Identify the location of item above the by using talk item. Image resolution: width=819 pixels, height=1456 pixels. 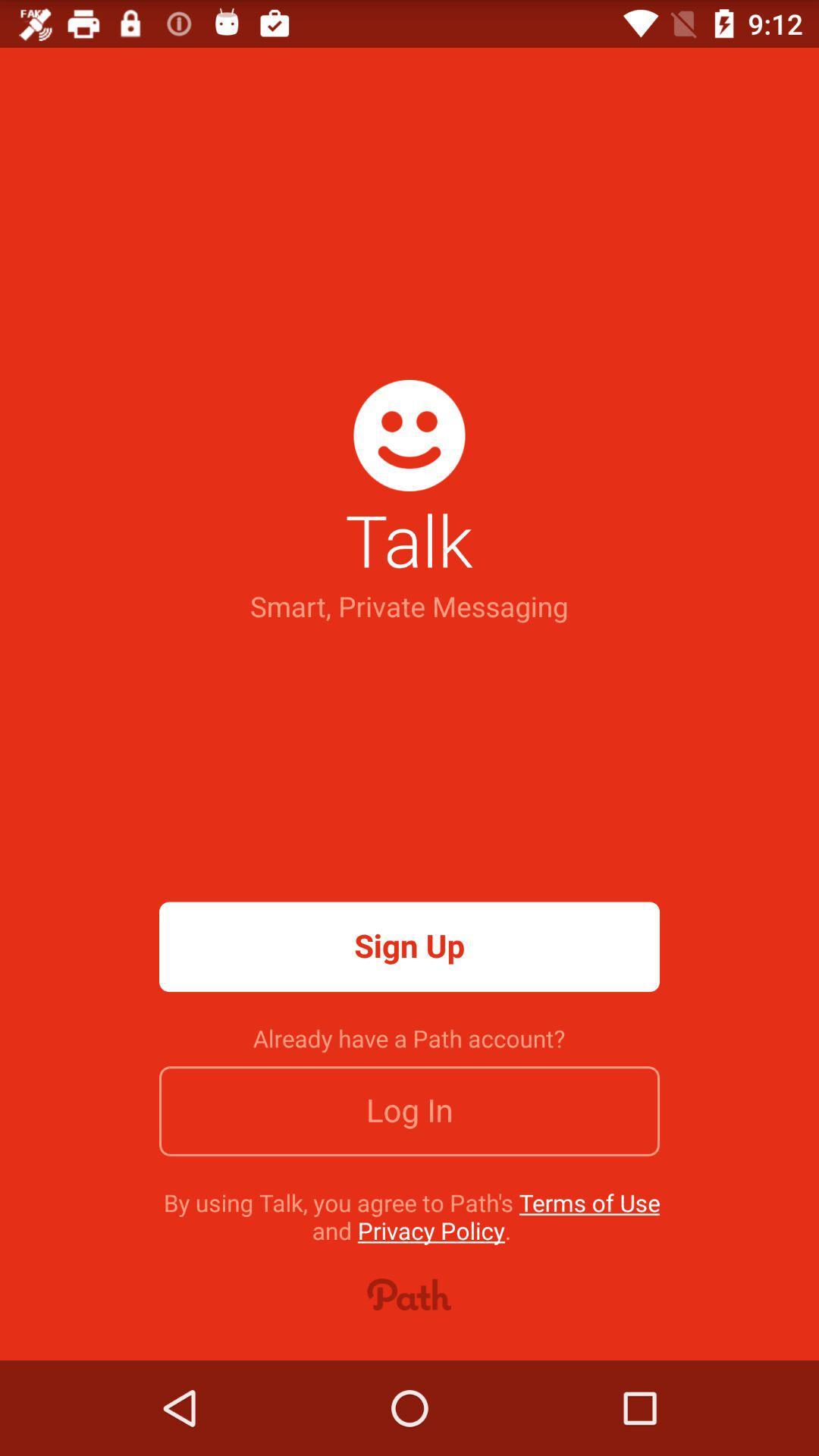
(409, 1111).